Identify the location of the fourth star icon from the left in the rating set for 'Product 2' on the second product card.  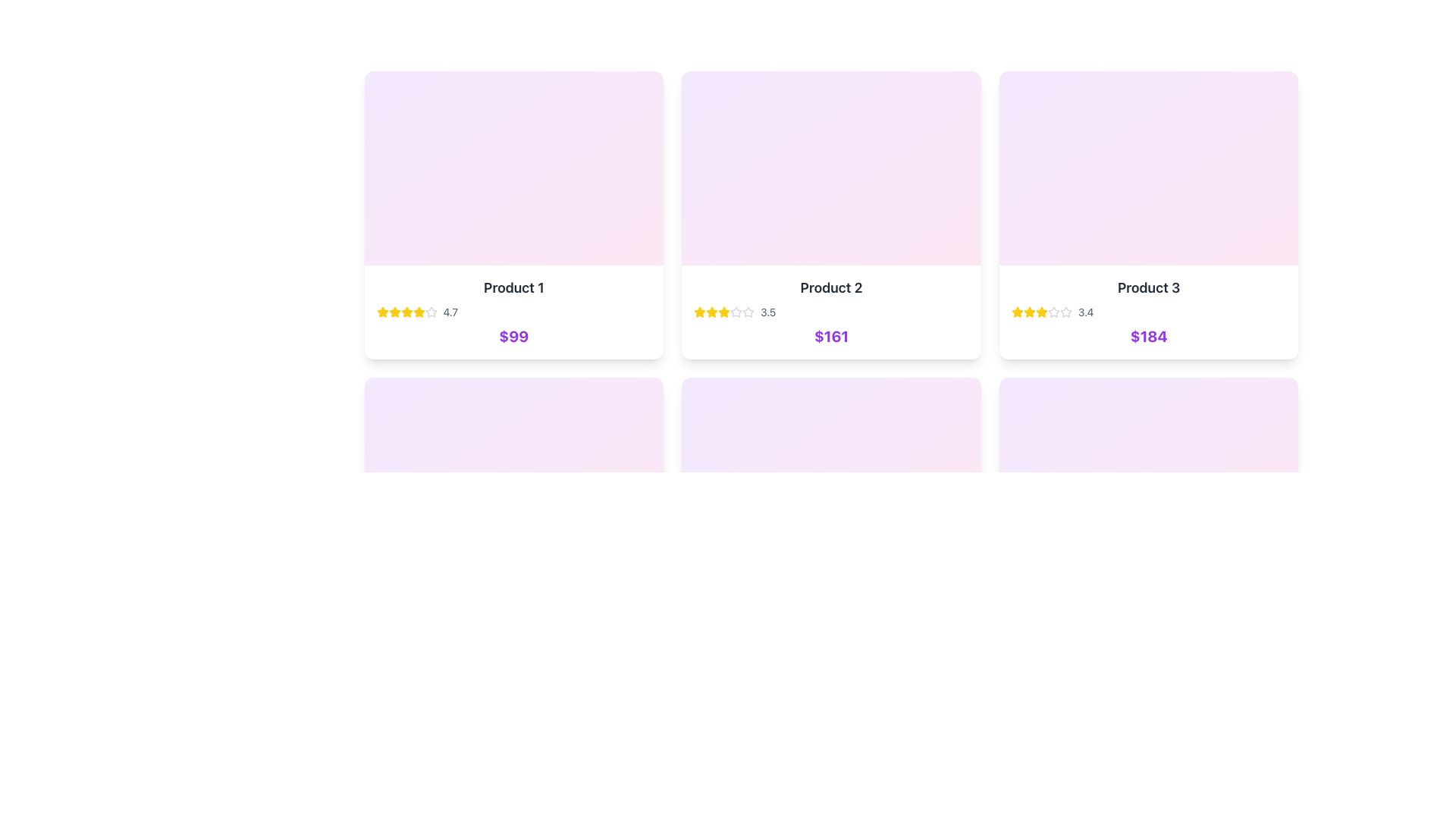
(723, 312).